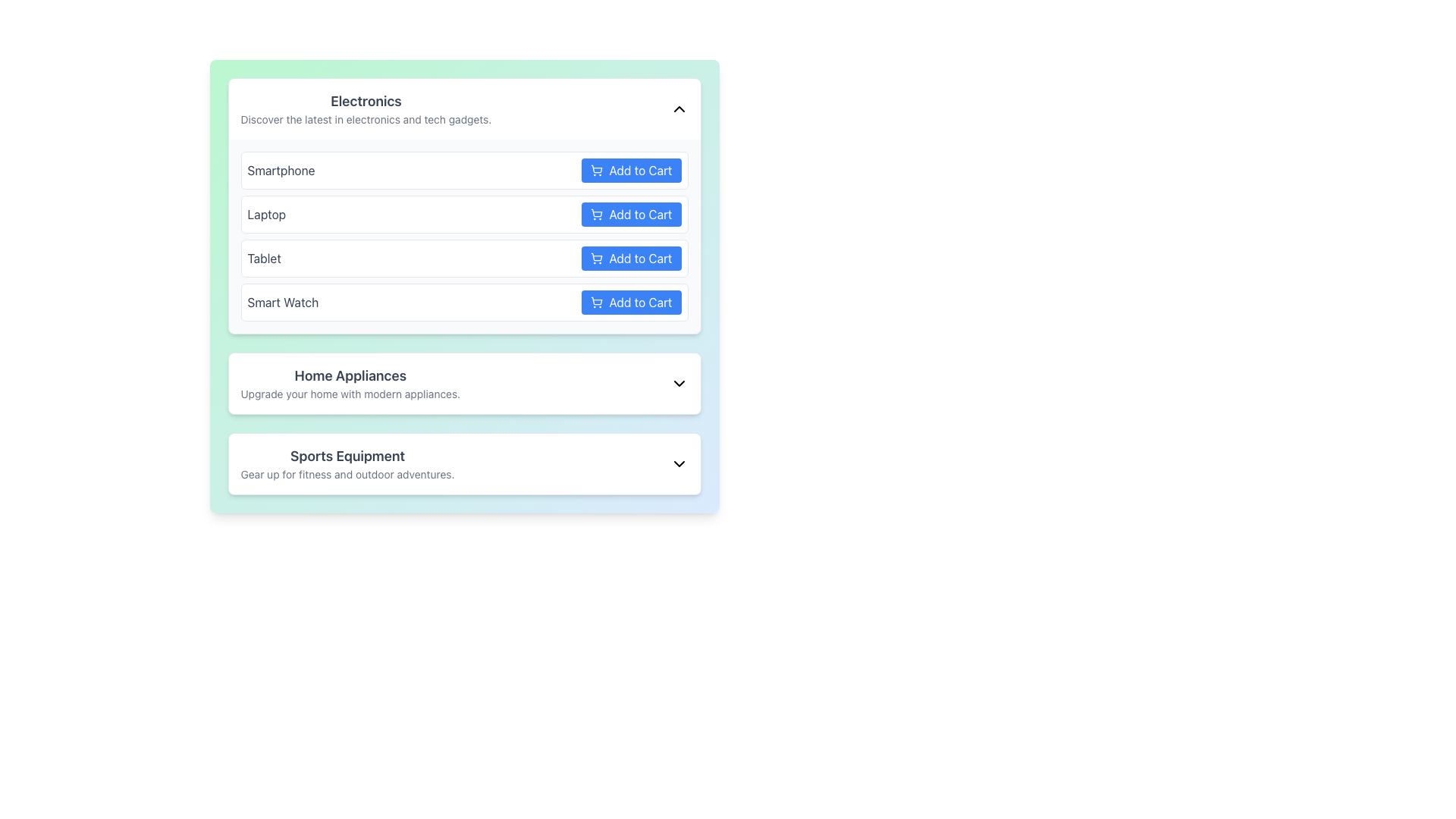  What do you see at coordinates (350, 382) in the screenshot?
I see `contents of the Label that displays 'Home Appliances' and the description 'Upgrade your home with modern appliances.'` at bounding box center [350, 382].